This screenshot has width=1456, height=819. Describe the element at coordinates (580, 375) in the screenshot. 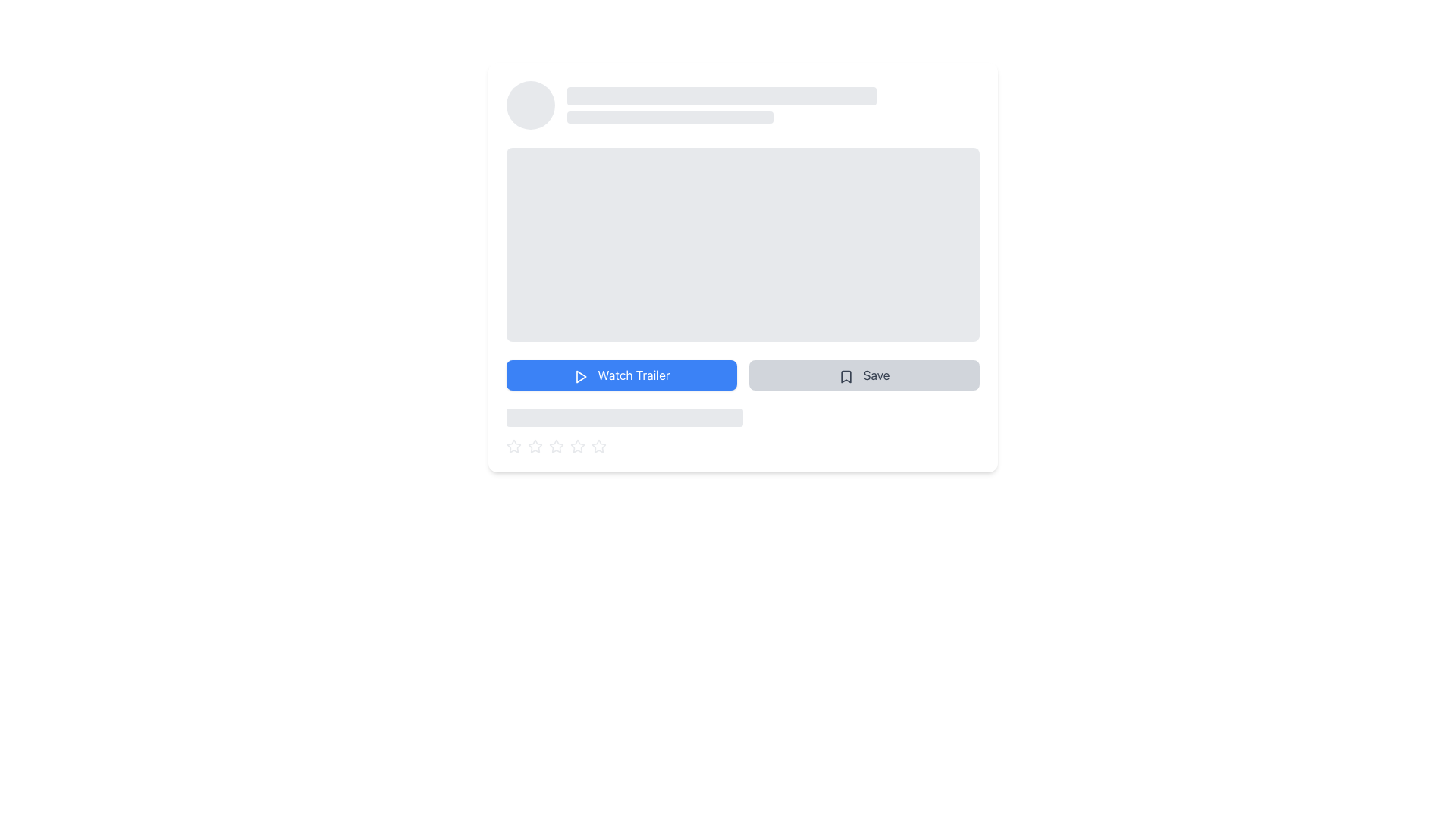

I see `the play button icon within the 'Watch Trailer' button, which is styled with a triangular shape and set against a blue background` at that location.